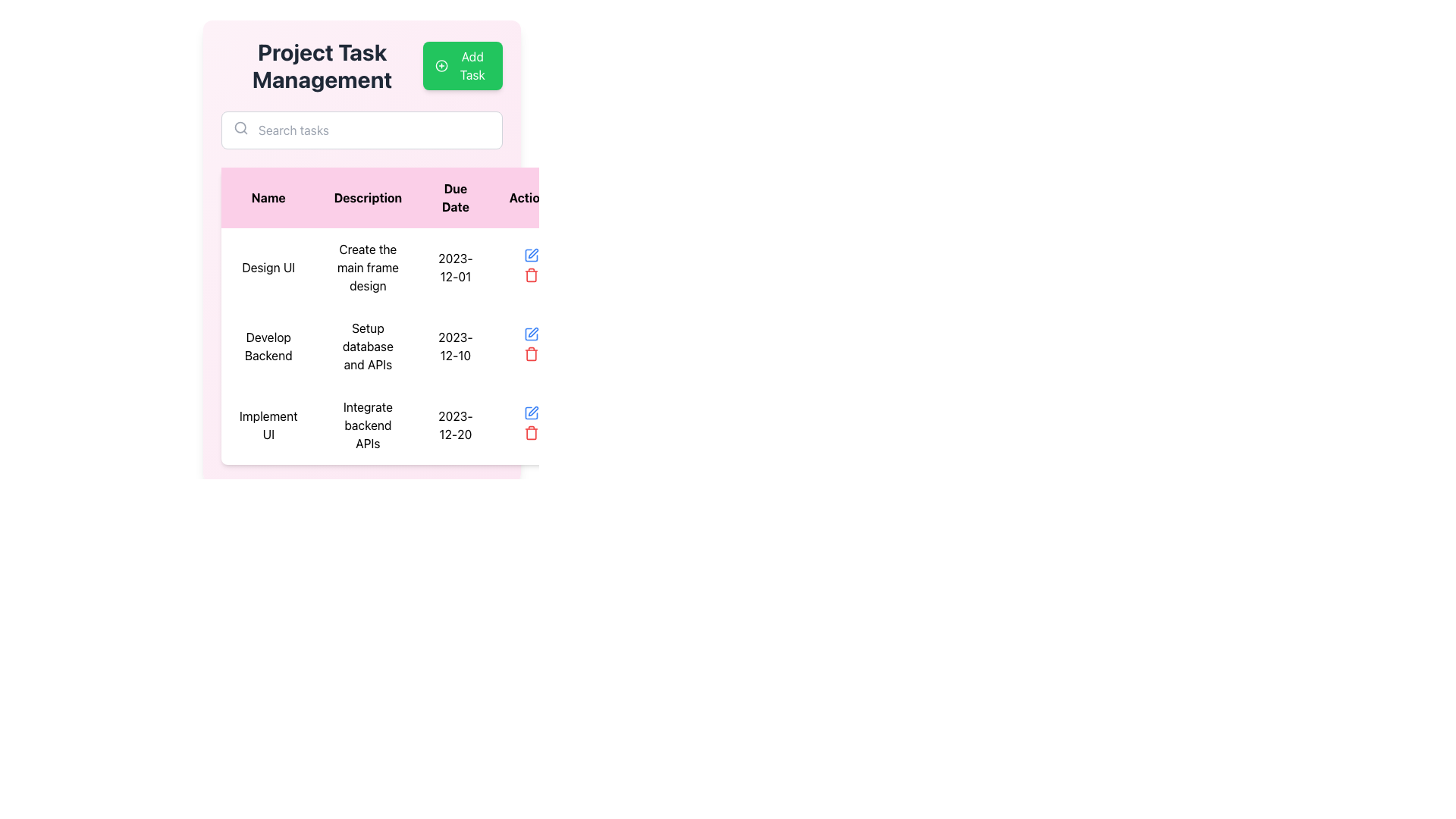 Image resolution: width=1456 pixels, height=819 pixels. What do you see at coordinates (397, 197) in the screenshot?
I see `the column header of the table to sort the data displayed in that column` at bounding box center [397, 197].